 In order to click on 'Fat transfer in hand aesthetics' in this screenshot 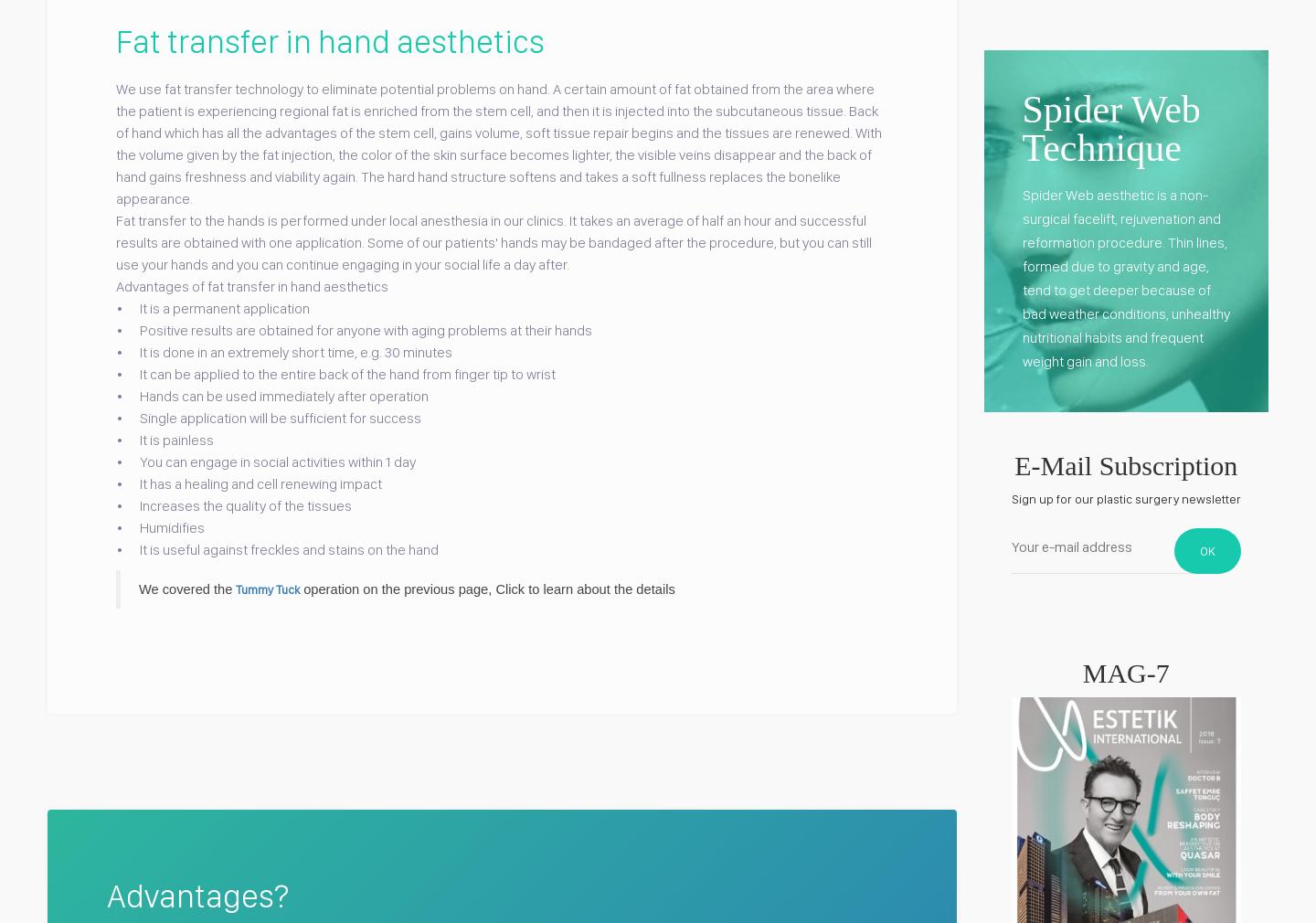, I will do `click(115, 40)`.